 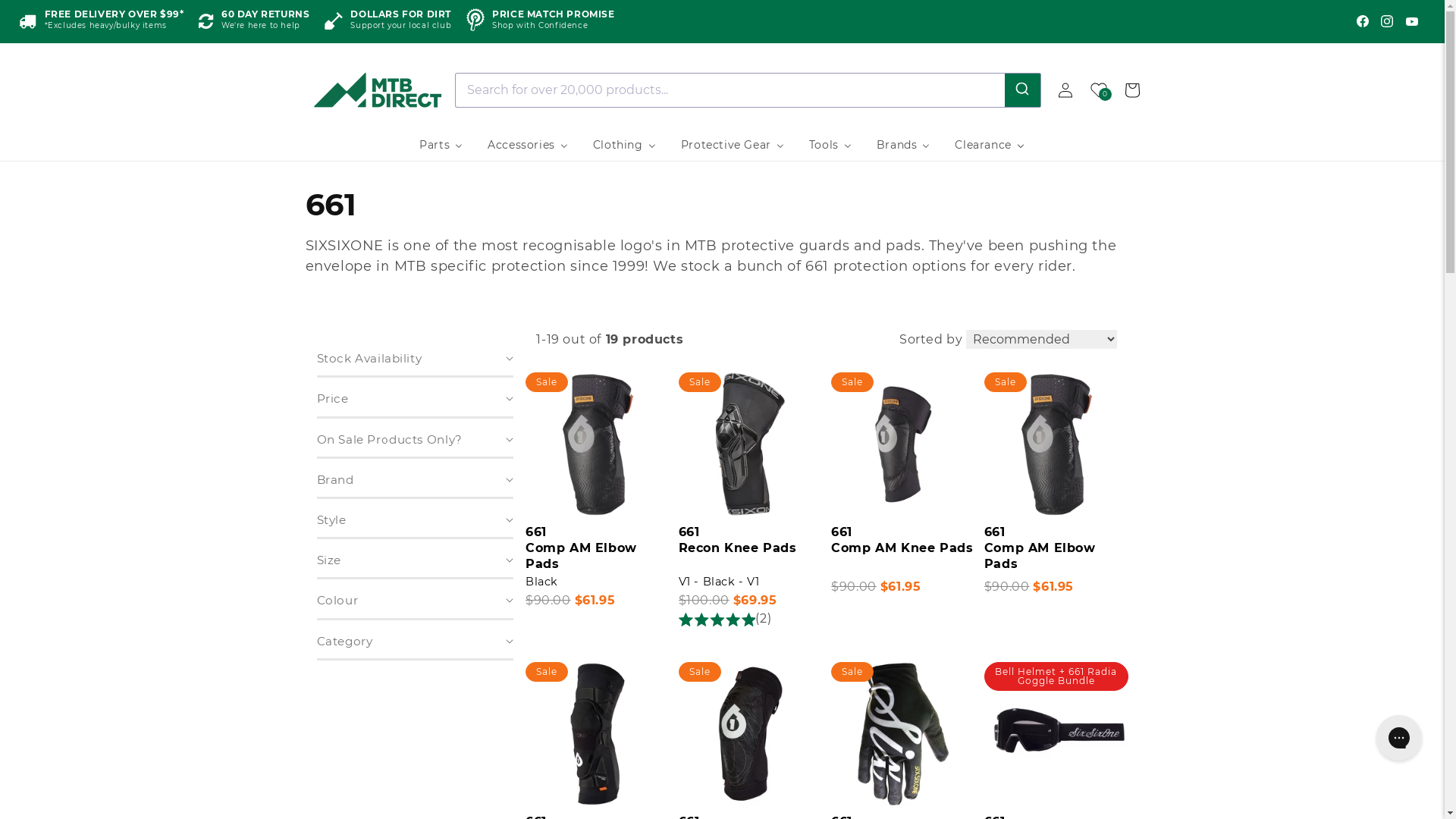 What do you see at coordinates (1398, 736) in the screenshot?
I see `'Gorgias live chat messenger'` at bounding box center [1398, 736].